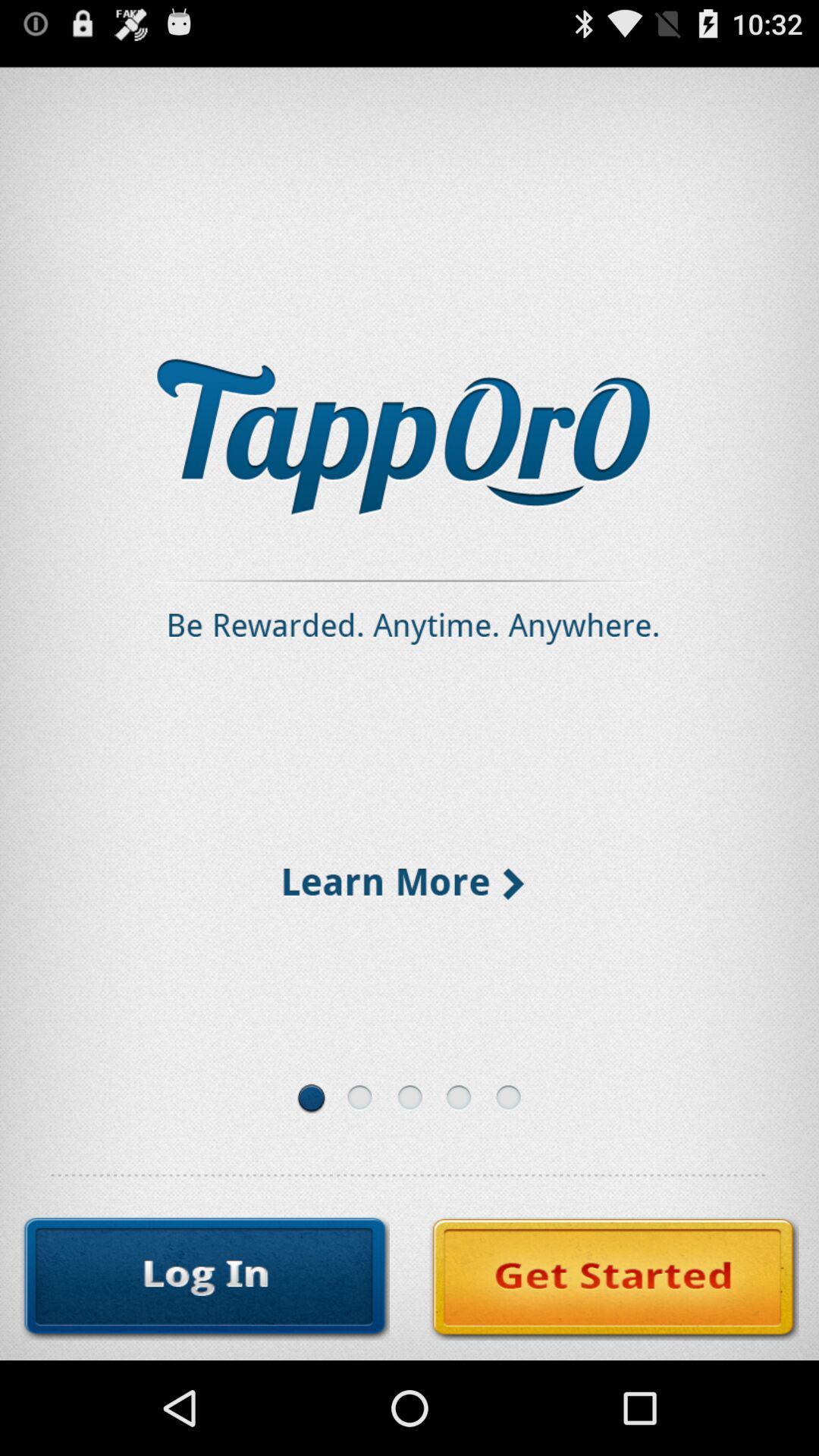  I want to click on the icon at the bottom right corner, so click(614, 1278).